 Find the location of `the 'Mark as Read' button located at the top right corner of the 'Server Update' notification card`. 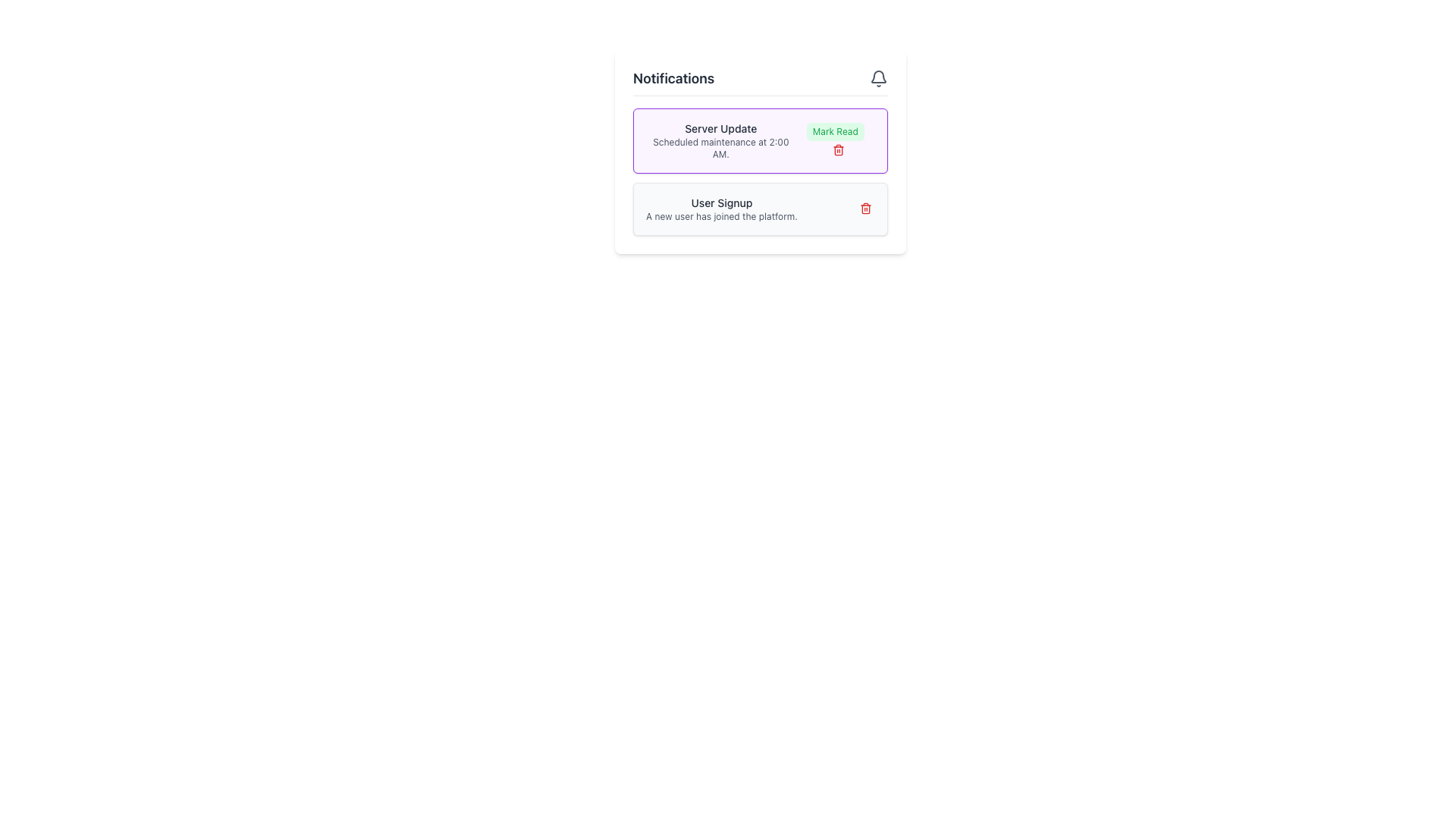

the 'Mark as Read' button located at the top right corner of the 'Server Update' notification card is located at coordinates (834, 130).